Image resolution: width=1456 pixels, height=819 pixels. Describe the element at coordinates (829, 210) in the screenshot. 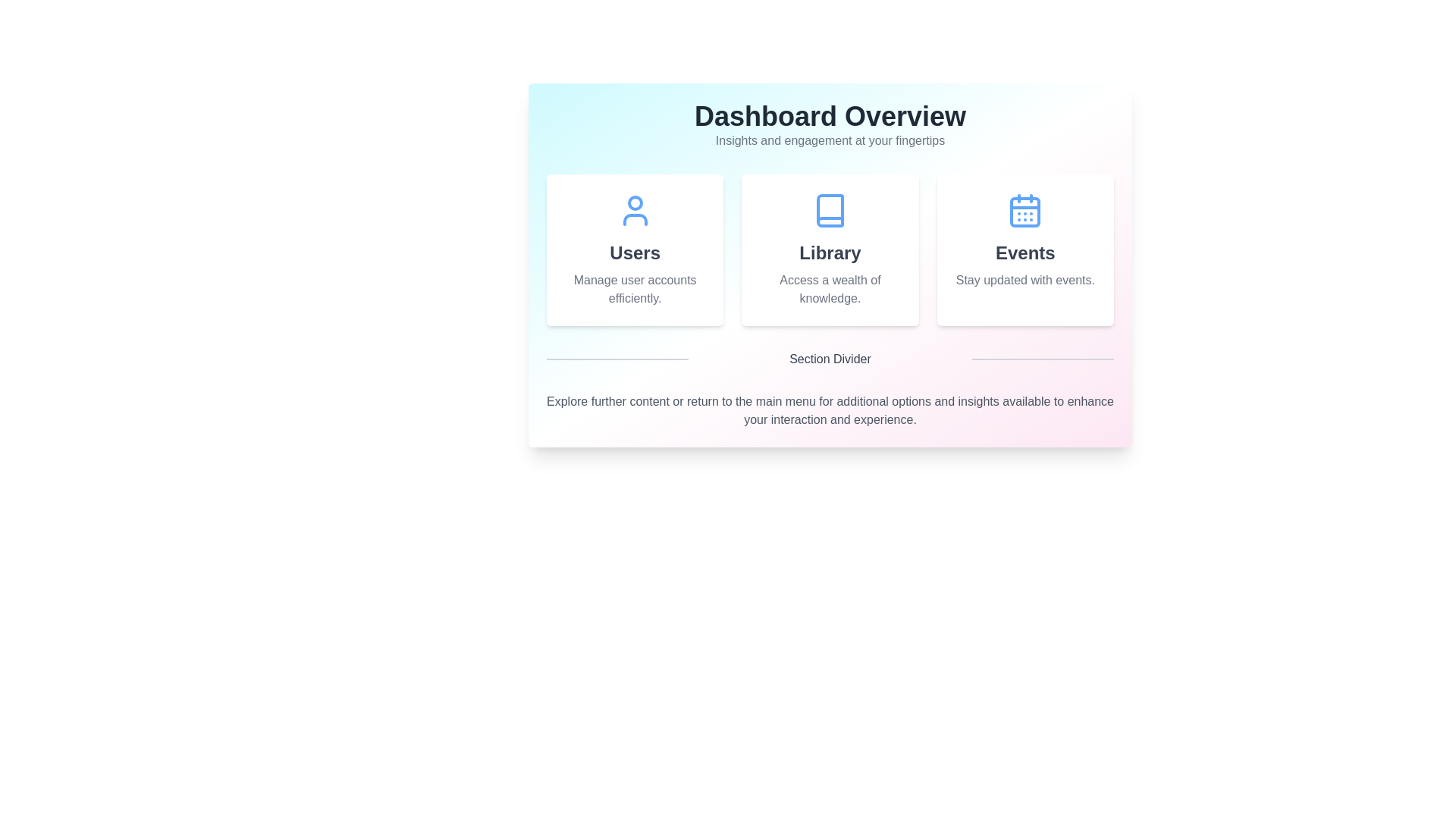

I see `the 'Library' icon located in the central card of a three-card layout on the dashboard interface` at that location.